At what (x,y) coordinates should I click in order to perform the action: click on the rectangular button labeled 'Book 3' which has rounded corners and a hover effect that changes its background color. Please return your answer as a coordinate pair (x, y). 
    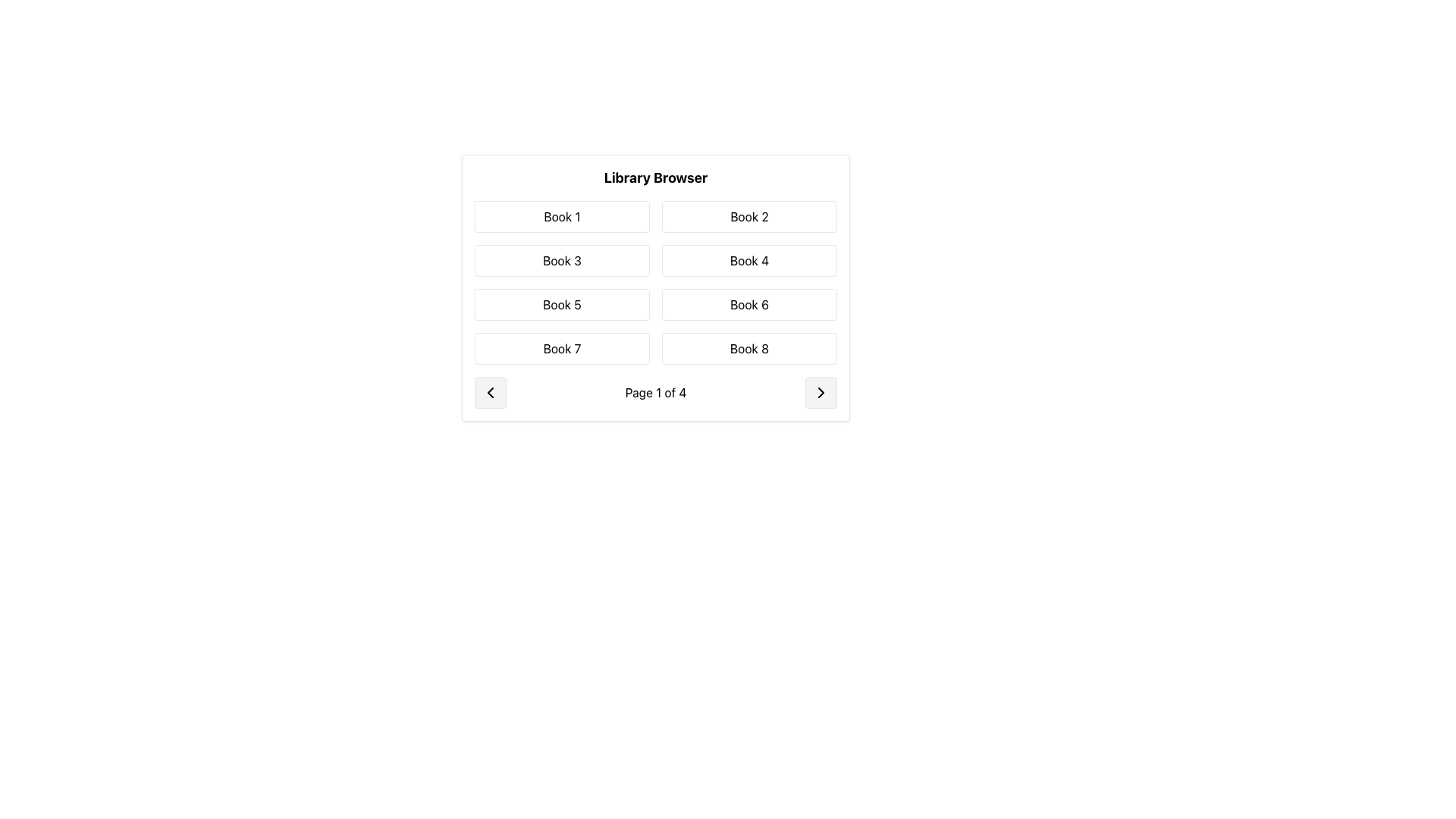
    Looking at the image, I should click on (561, 259).